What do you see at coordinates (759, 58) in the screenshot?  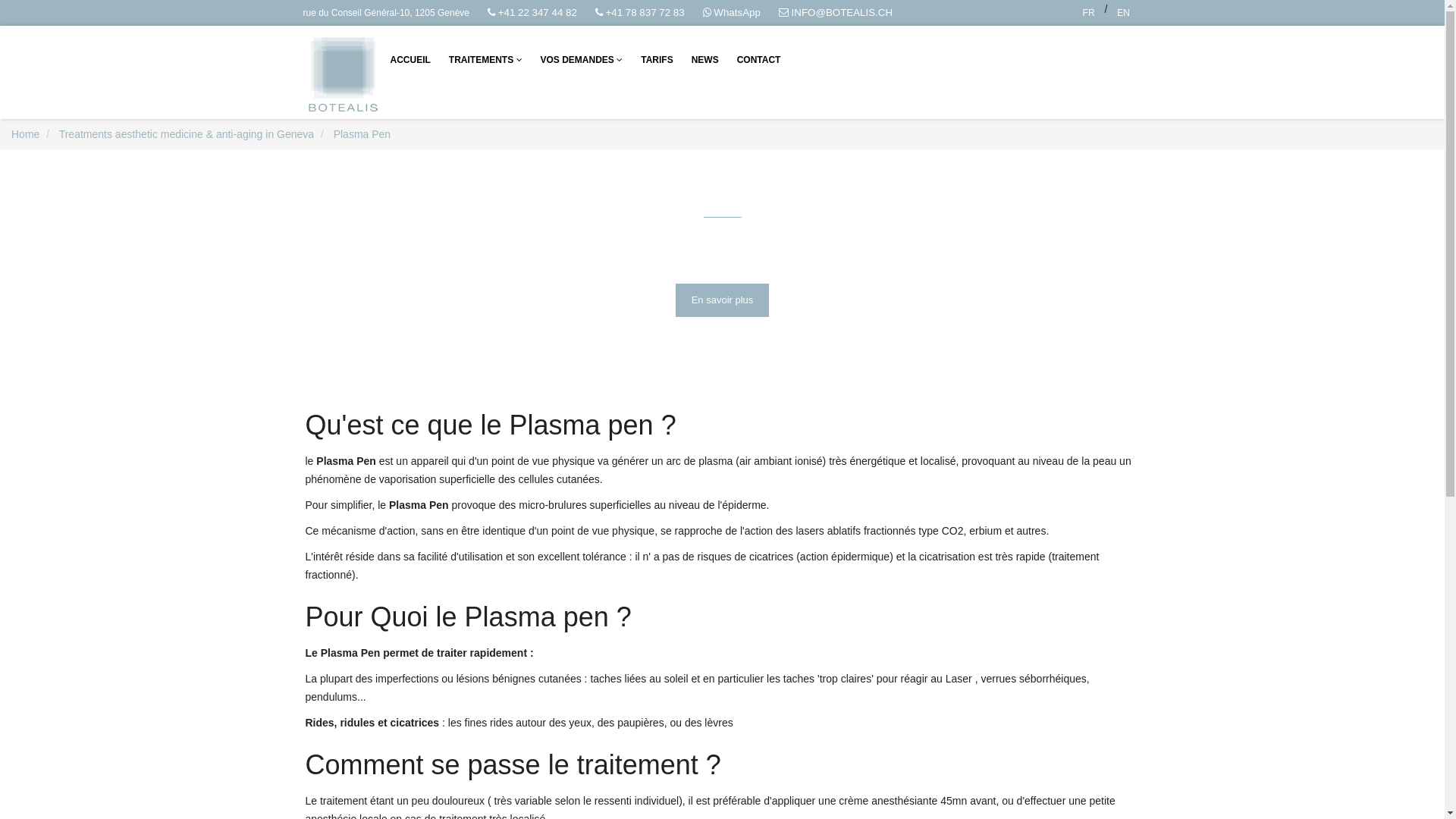 I see `'CONTACT'` at bounding box center [759, 58].